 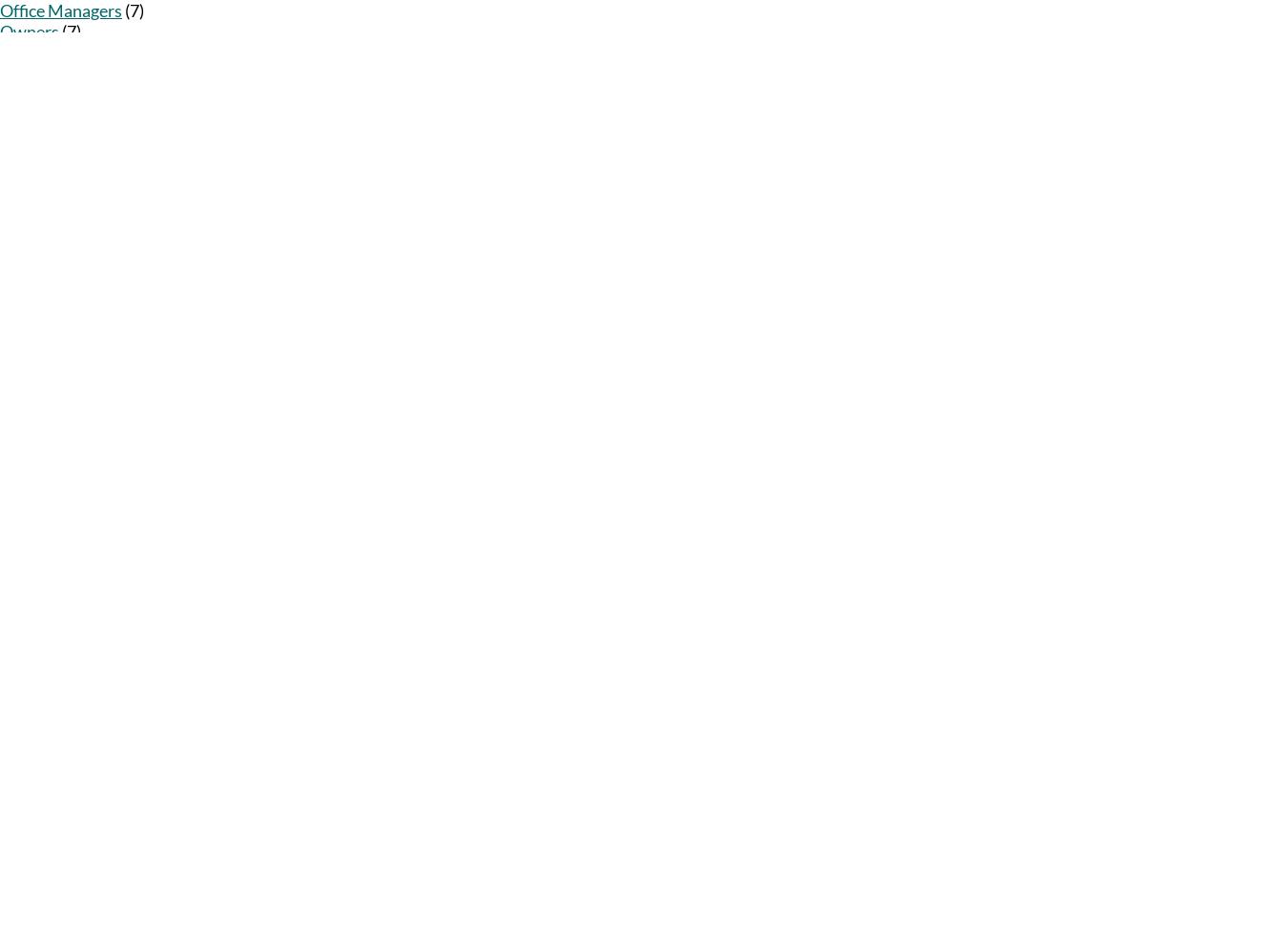 What do you see at coordinates (42, 499) in the screenshot?
I see `'POPULAR LINKS'` at bounding box center [42, 499].